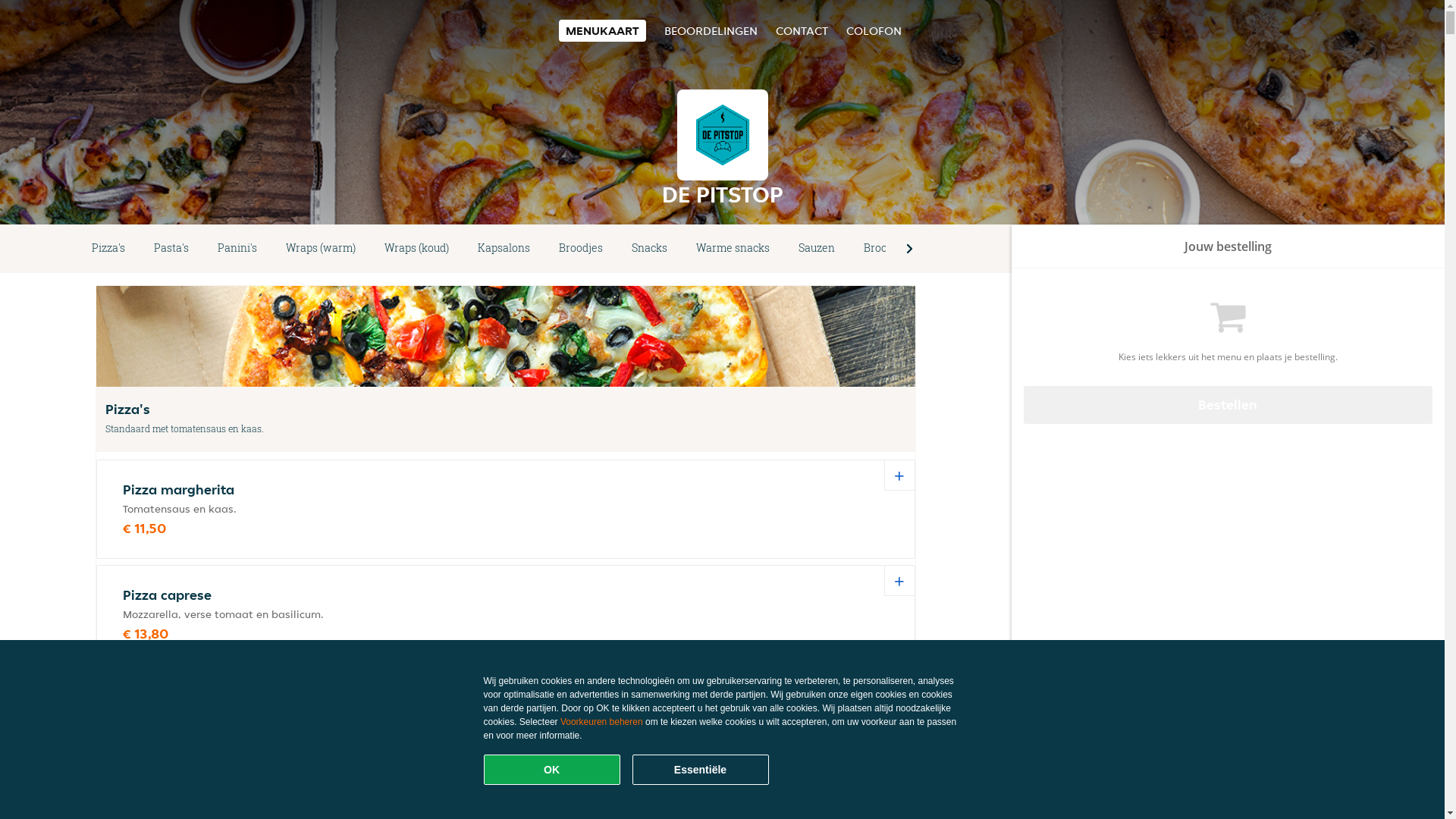 The height and width of the screenshot is (819, 1456). I want to click on 'Voorkeuren beheren', so click(601, 721).